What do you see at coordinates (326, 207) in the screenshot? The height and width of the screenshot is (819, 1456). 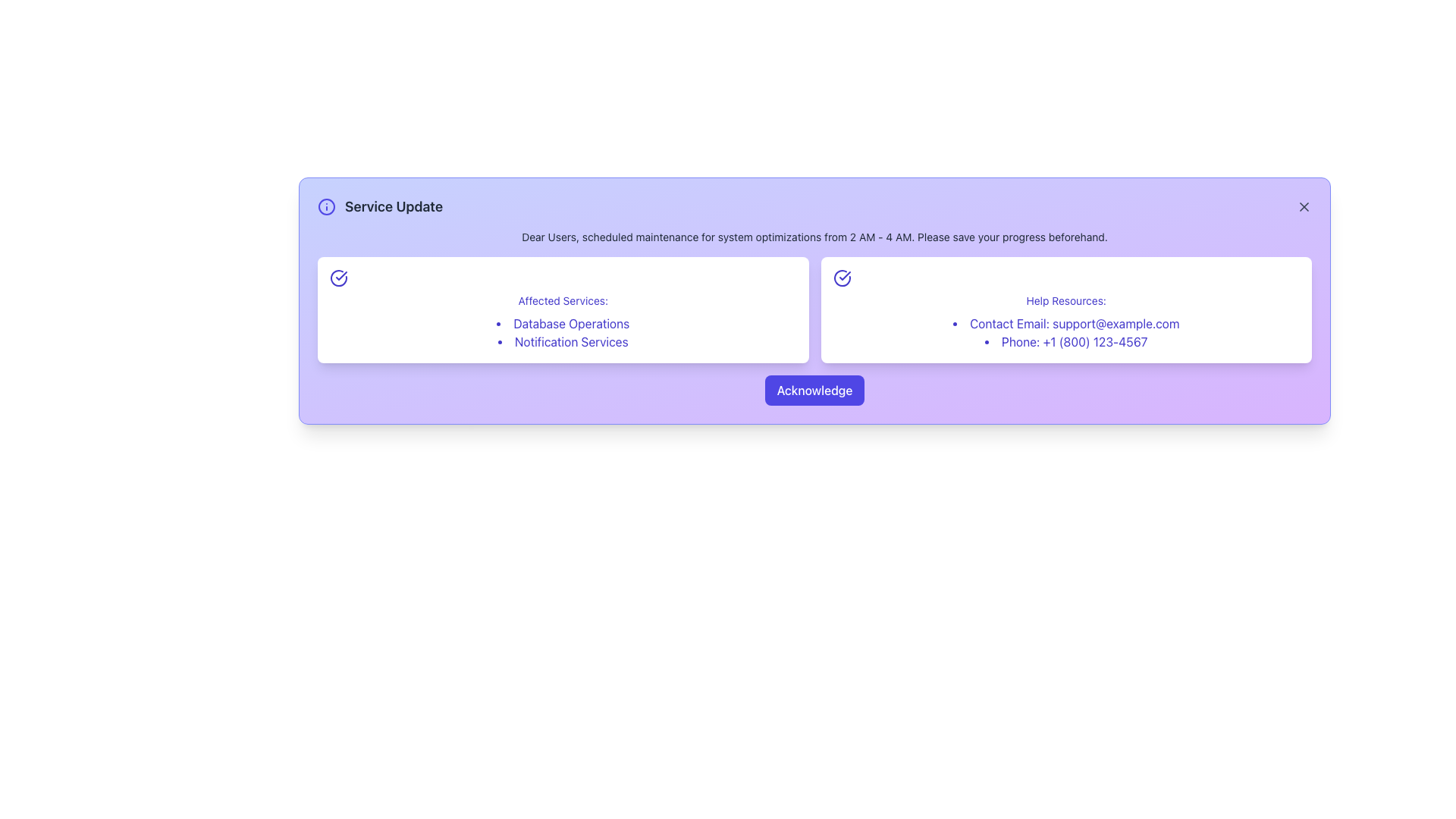 I see `the informational icon located at the leftmost side of the header section of the dialog modal, which emphasizes the 'Service Update' message` at bounding box center [326, 207].